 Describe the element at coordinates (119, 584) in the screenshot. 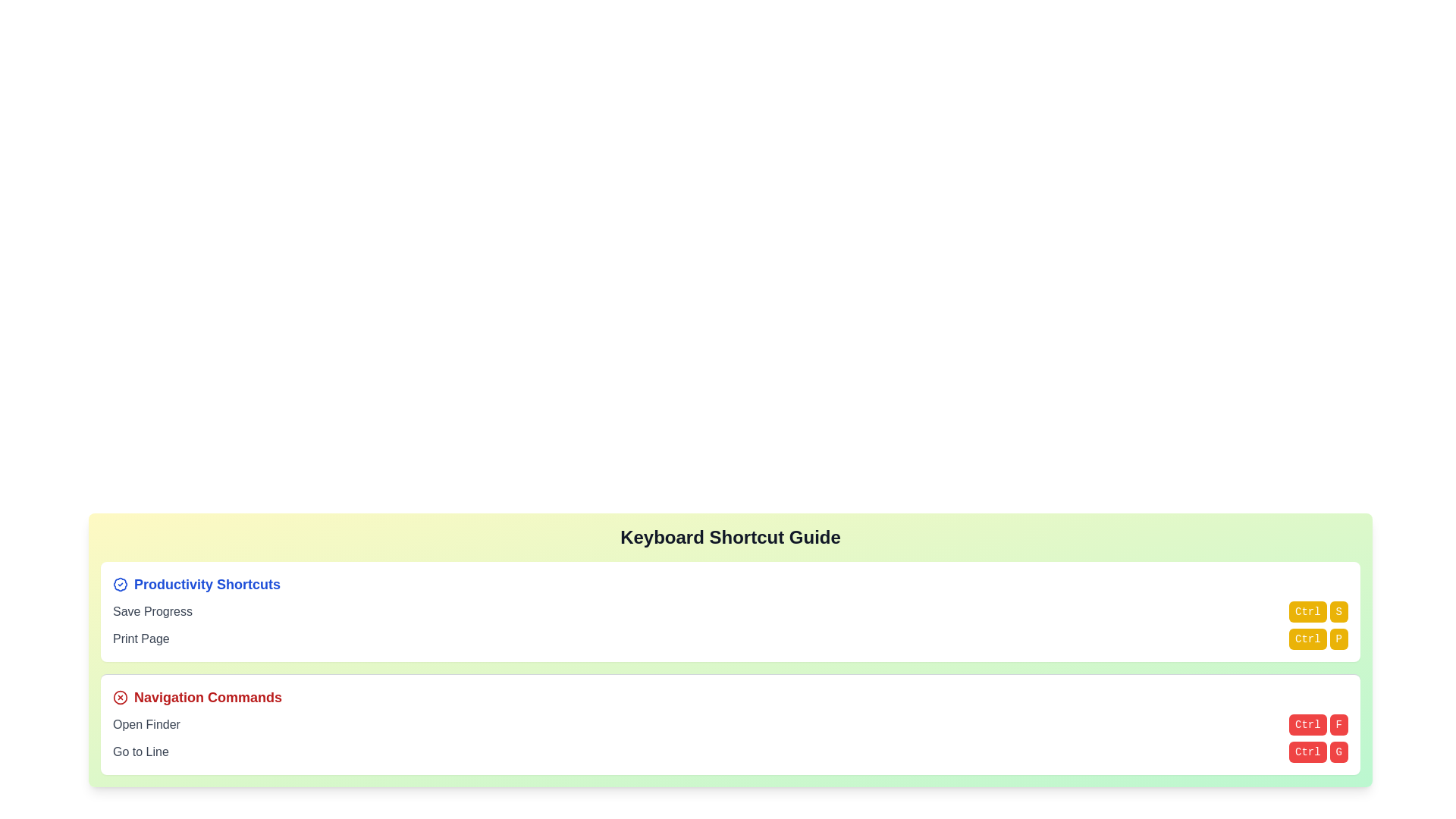

I see `the icon that is visually located to the immediate left of the 'Productivity Shortcuts' label in the top-left section of the card` at that location.